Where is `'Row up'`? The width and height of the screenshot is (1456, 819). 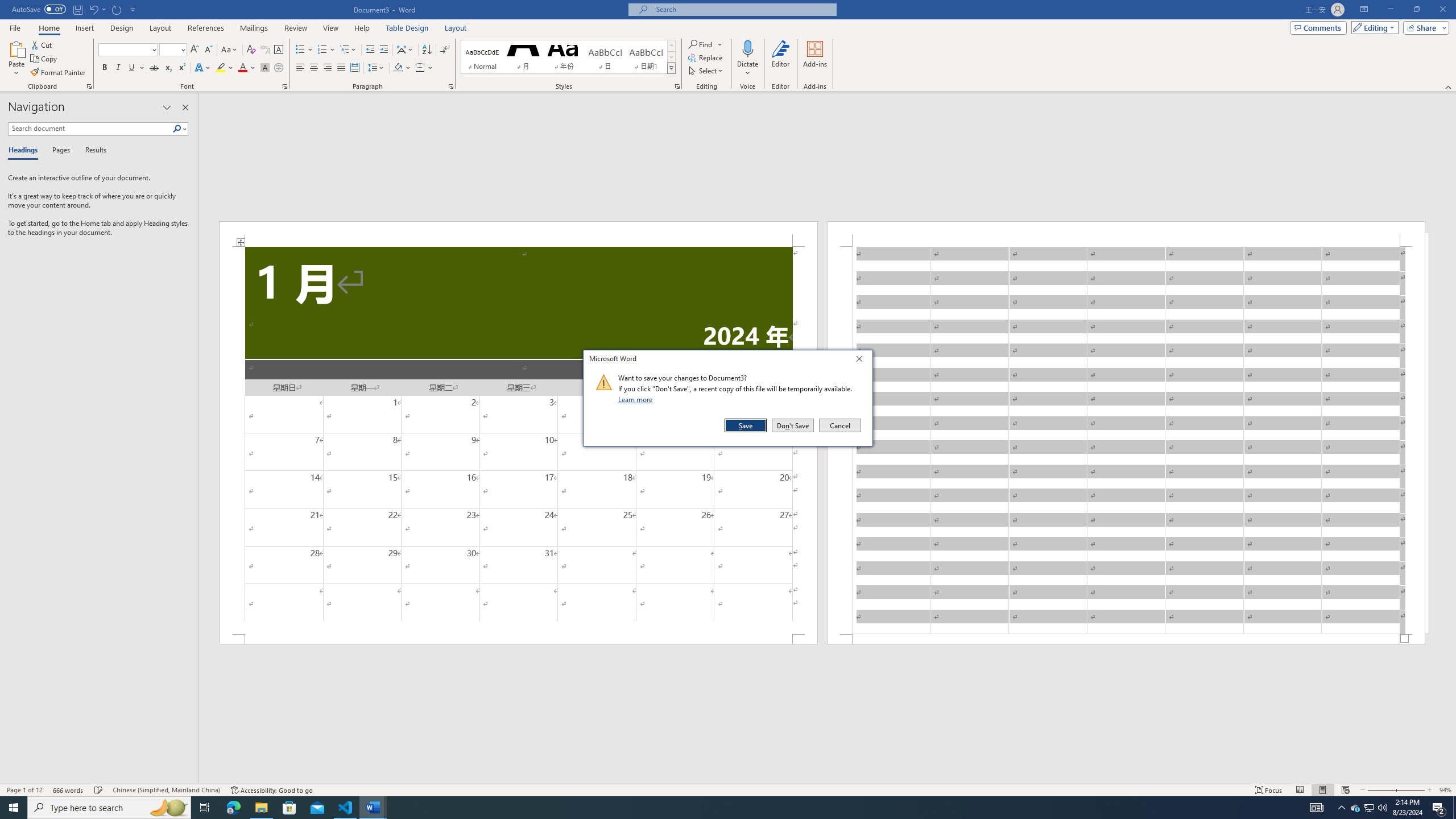
'Row up' is located at coordinates (671, 45).